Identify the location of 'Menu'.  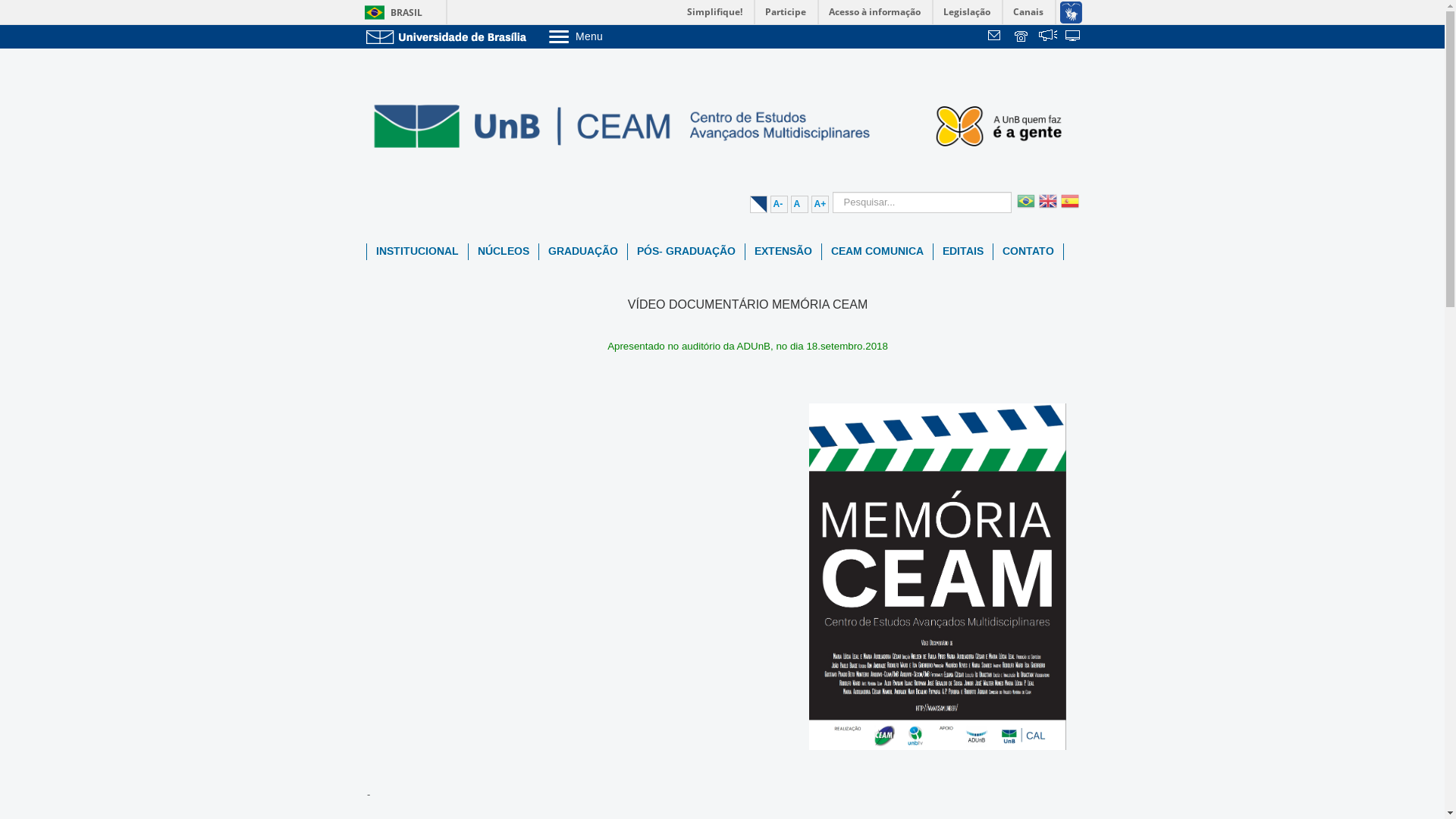
(613, 35).